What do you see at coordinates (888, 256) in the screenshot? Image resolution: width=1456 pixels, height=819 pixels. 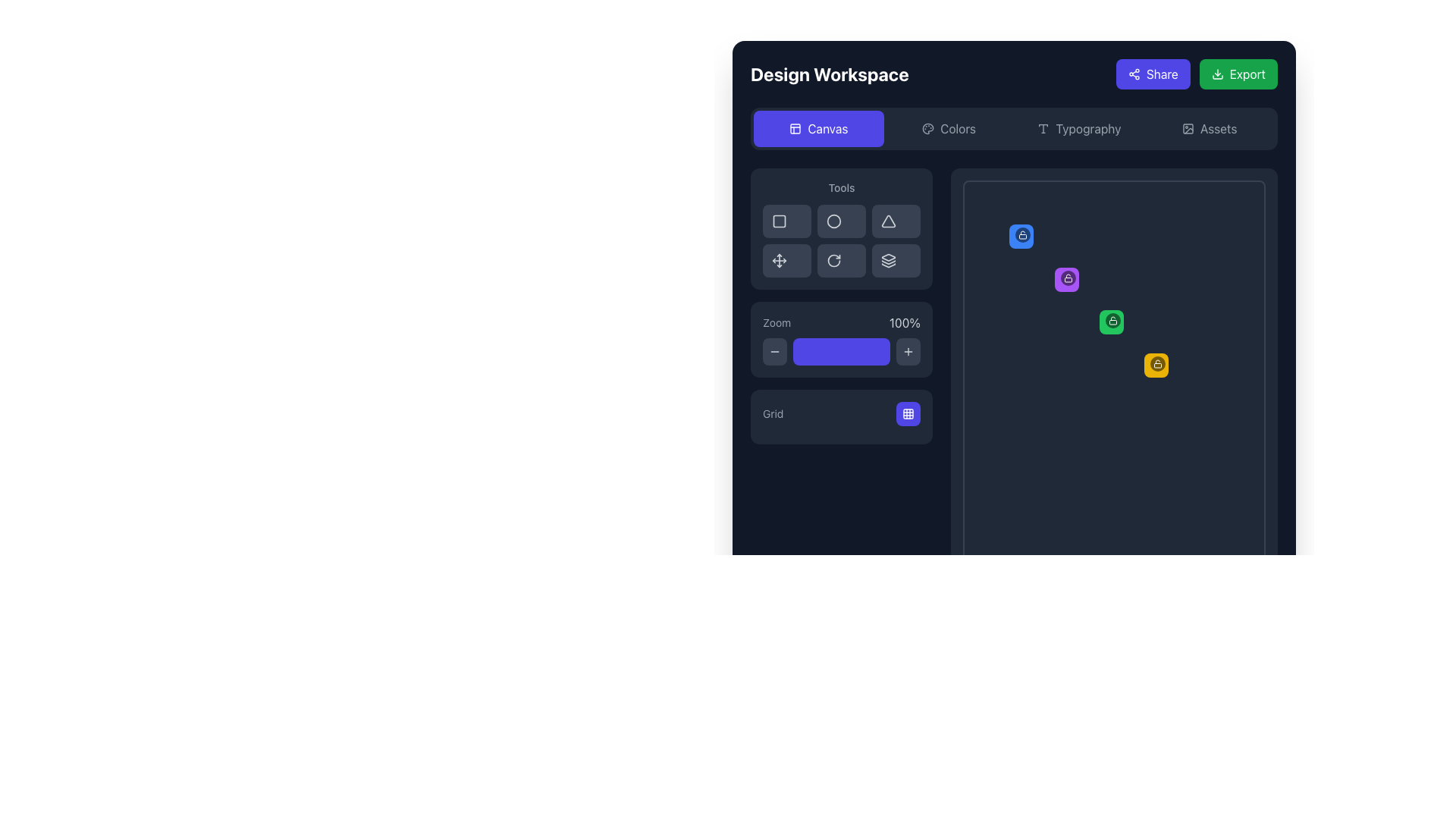 I see `the topmost icon resembling a stack within the tools section of the left panel, which features a trapezoidal design and aligns with other geometric icons` at bounding box center [888, 256].